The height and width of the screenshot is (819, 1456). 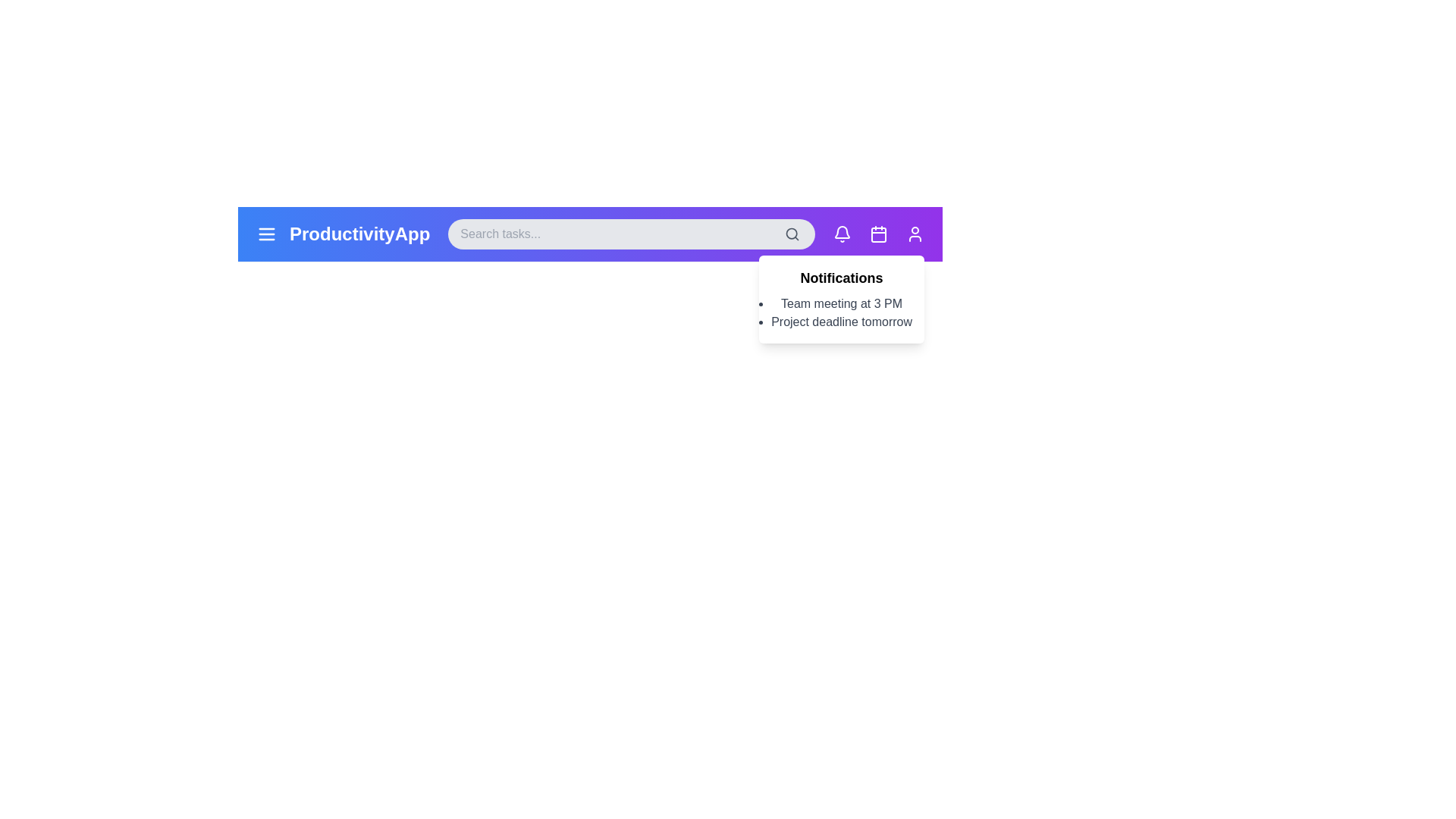 I want to click on the calendar icon to open calendar-related features, so click(x=878, y=234).